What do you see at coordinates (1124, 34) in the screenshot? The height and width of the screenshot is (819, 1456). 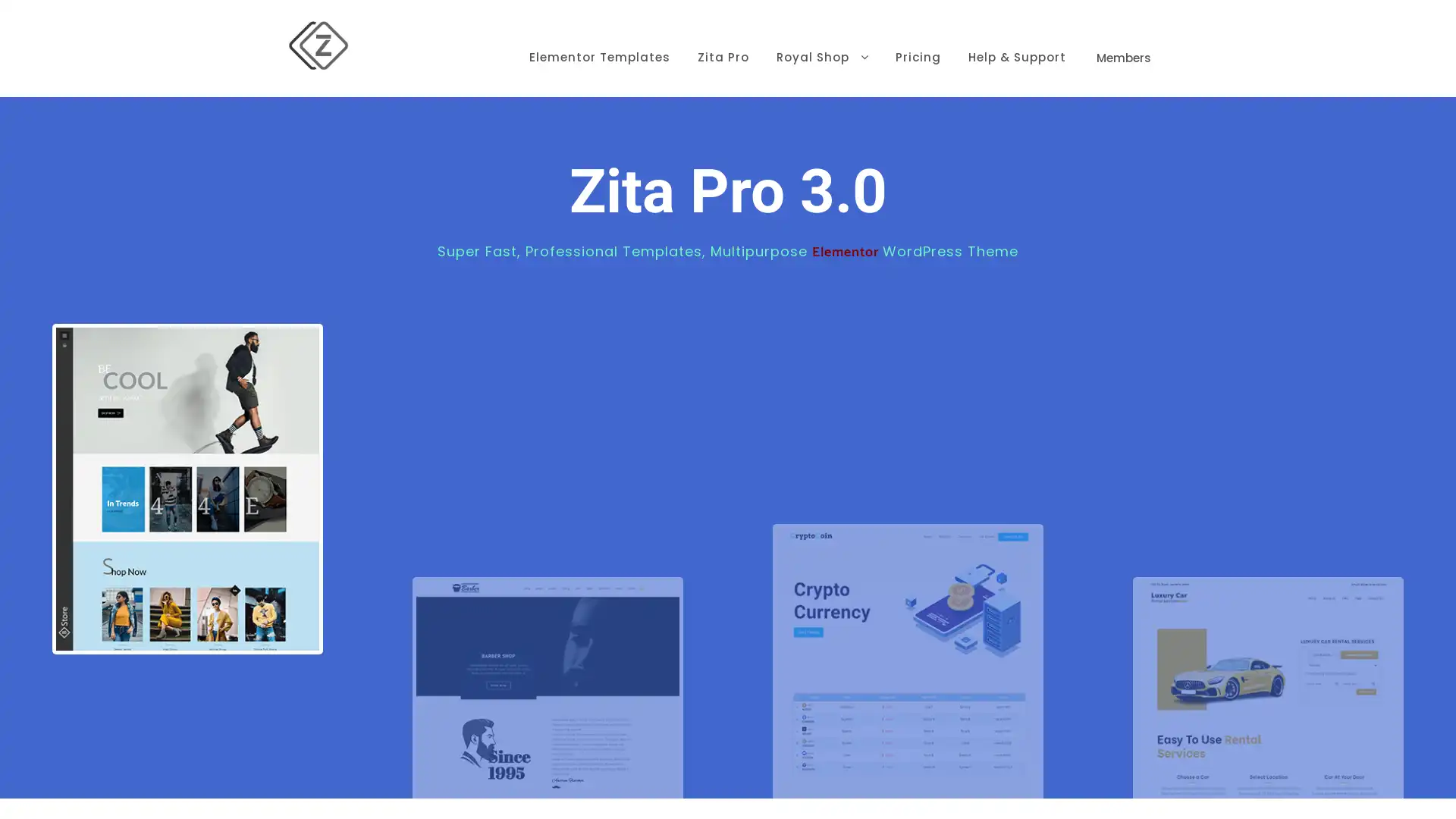 I see `Members` at bounding box center [1124, 34].